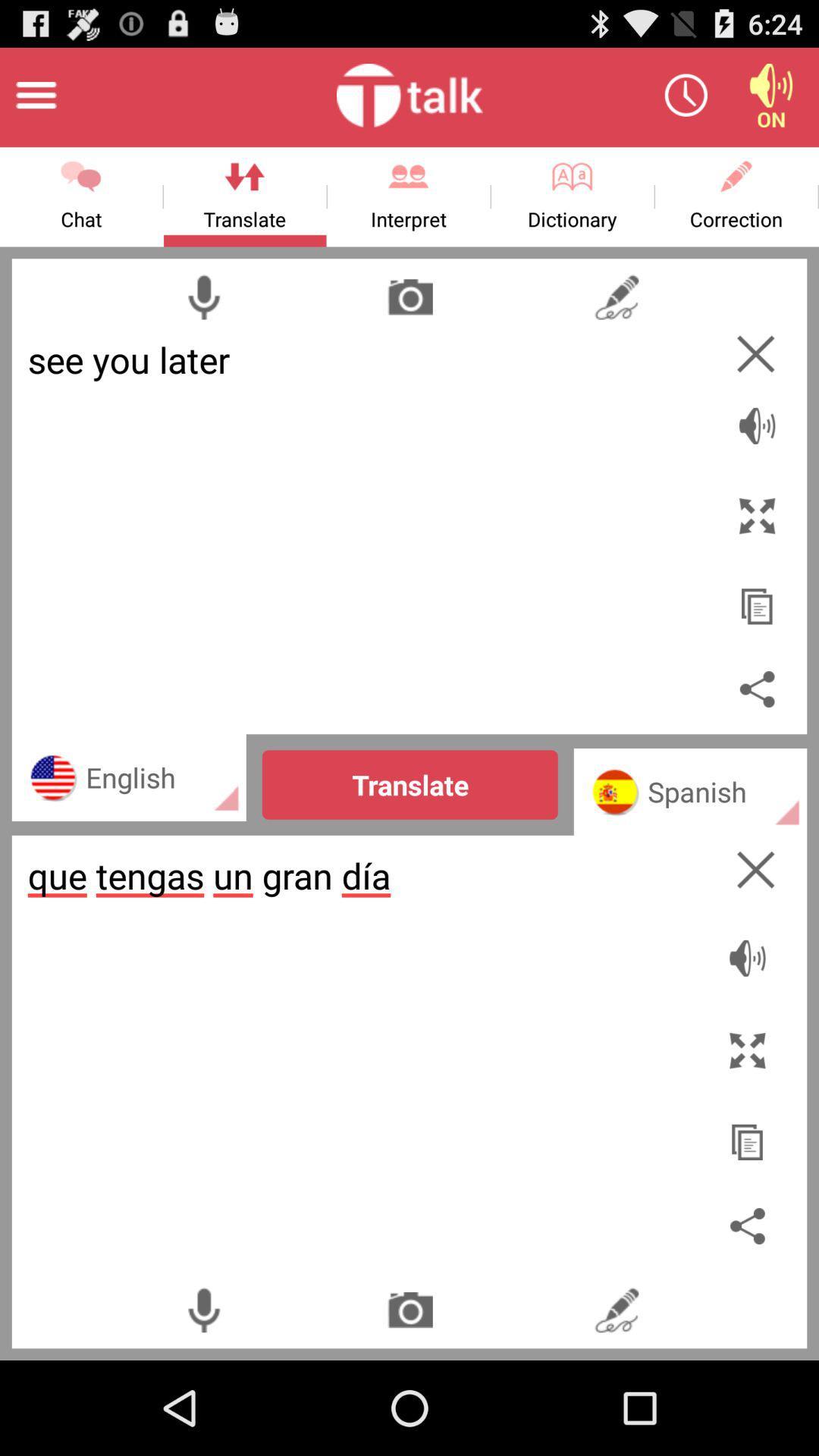  Describe the element at coordinates (755, 930) in the screenshot. I see `the close icon` at that location.